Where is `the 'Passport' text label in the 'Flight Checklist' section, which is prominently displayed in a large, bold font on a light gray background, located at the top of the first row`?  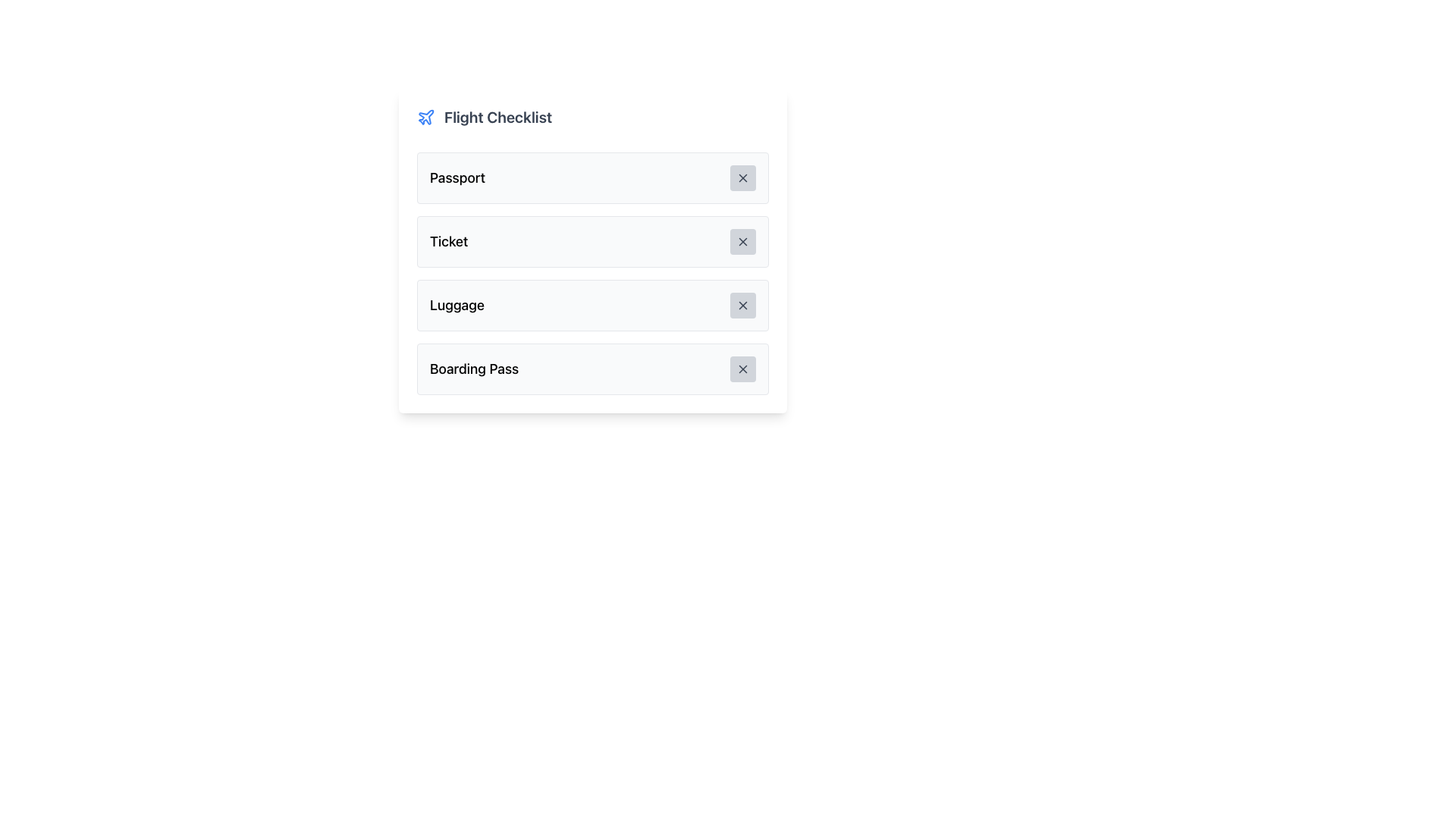
the 'Passport' text label in the 'Flight Checklist' section, which is prominently displayed in a large, bold font on a light gray background, located at the top of the first row is located at coordinates (457, 177).